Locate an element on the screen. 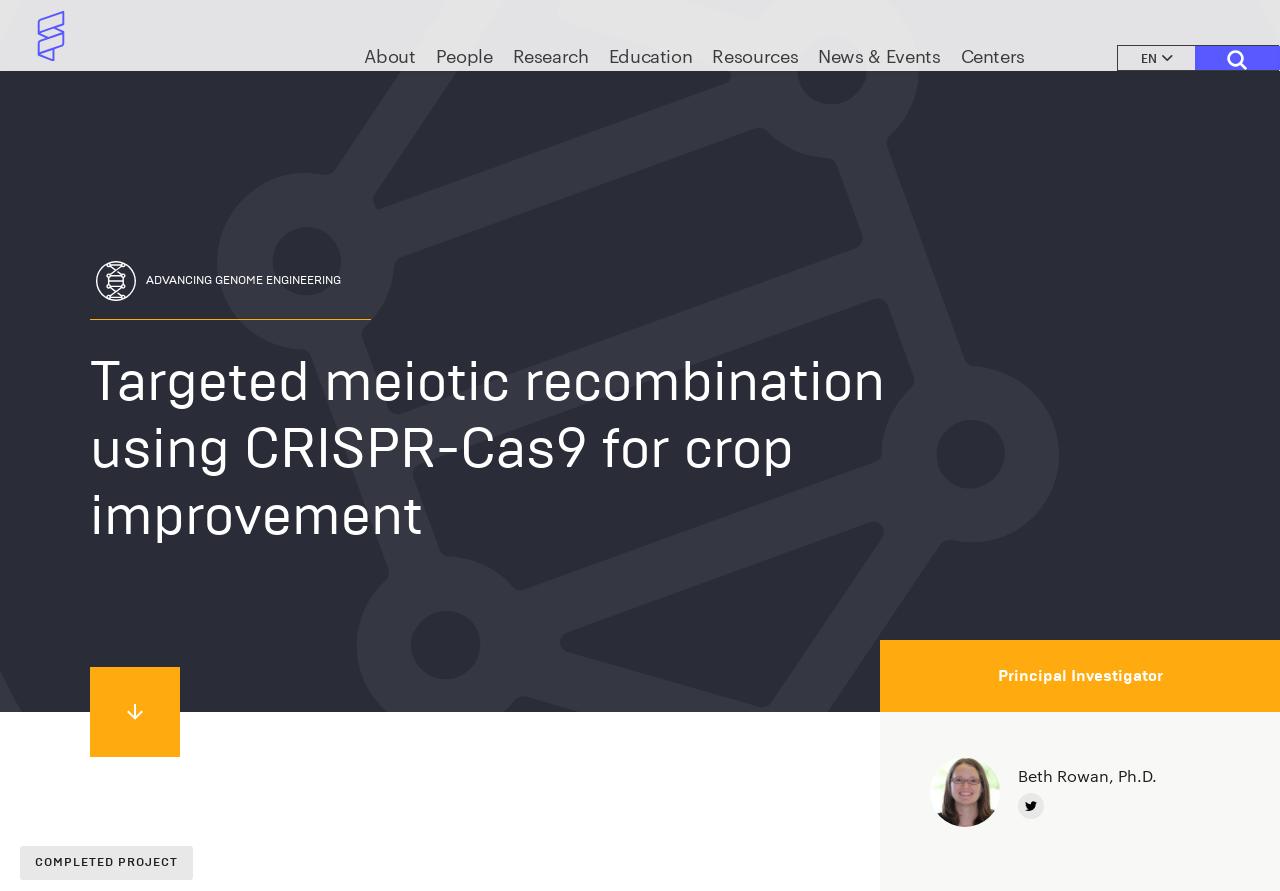  'Centers' is located at coordinates (992, 81).